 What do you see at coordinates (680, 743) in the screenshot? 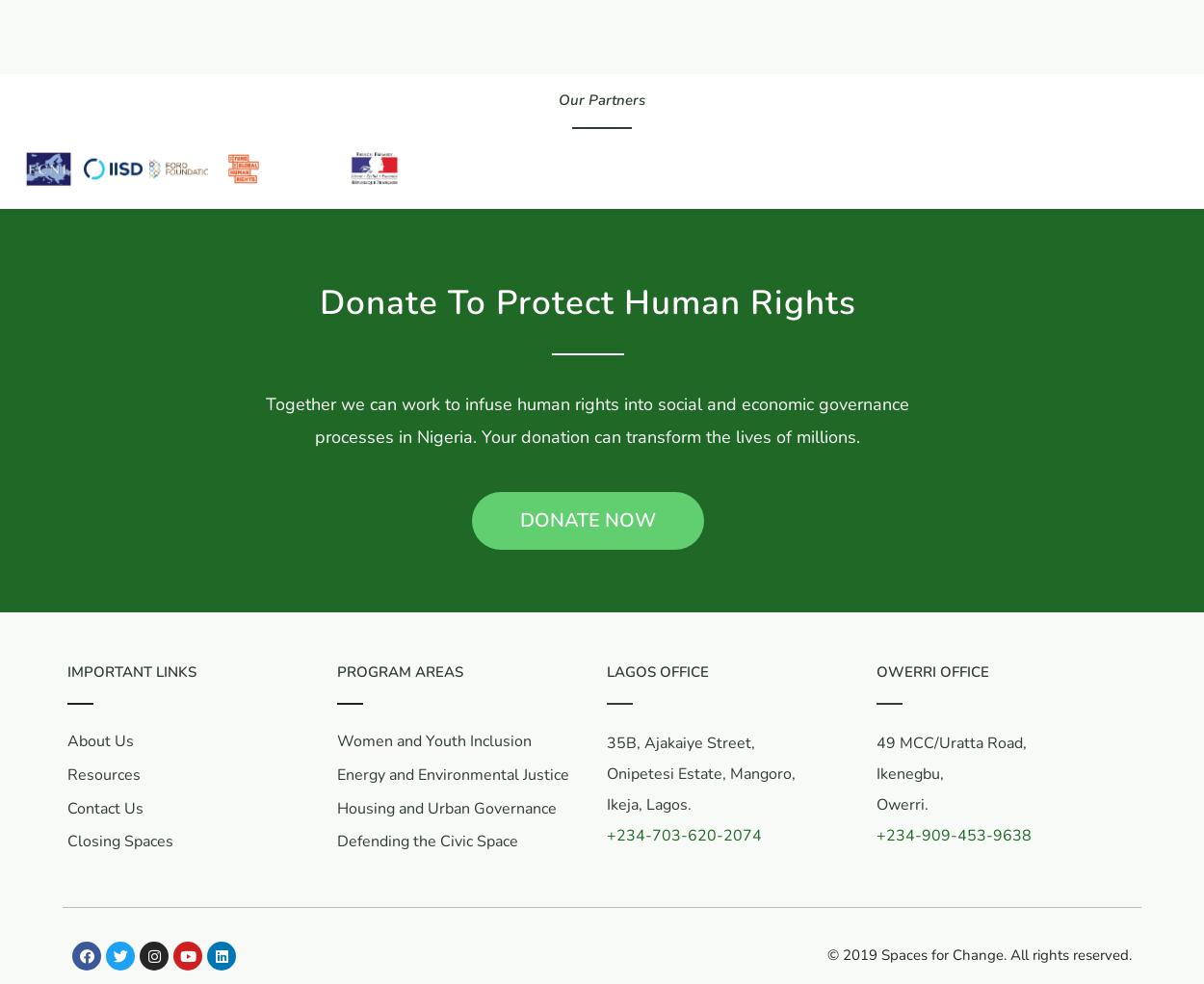
I see `'35B, Ajakaiye Street,'` at bounding box center [680, 743].